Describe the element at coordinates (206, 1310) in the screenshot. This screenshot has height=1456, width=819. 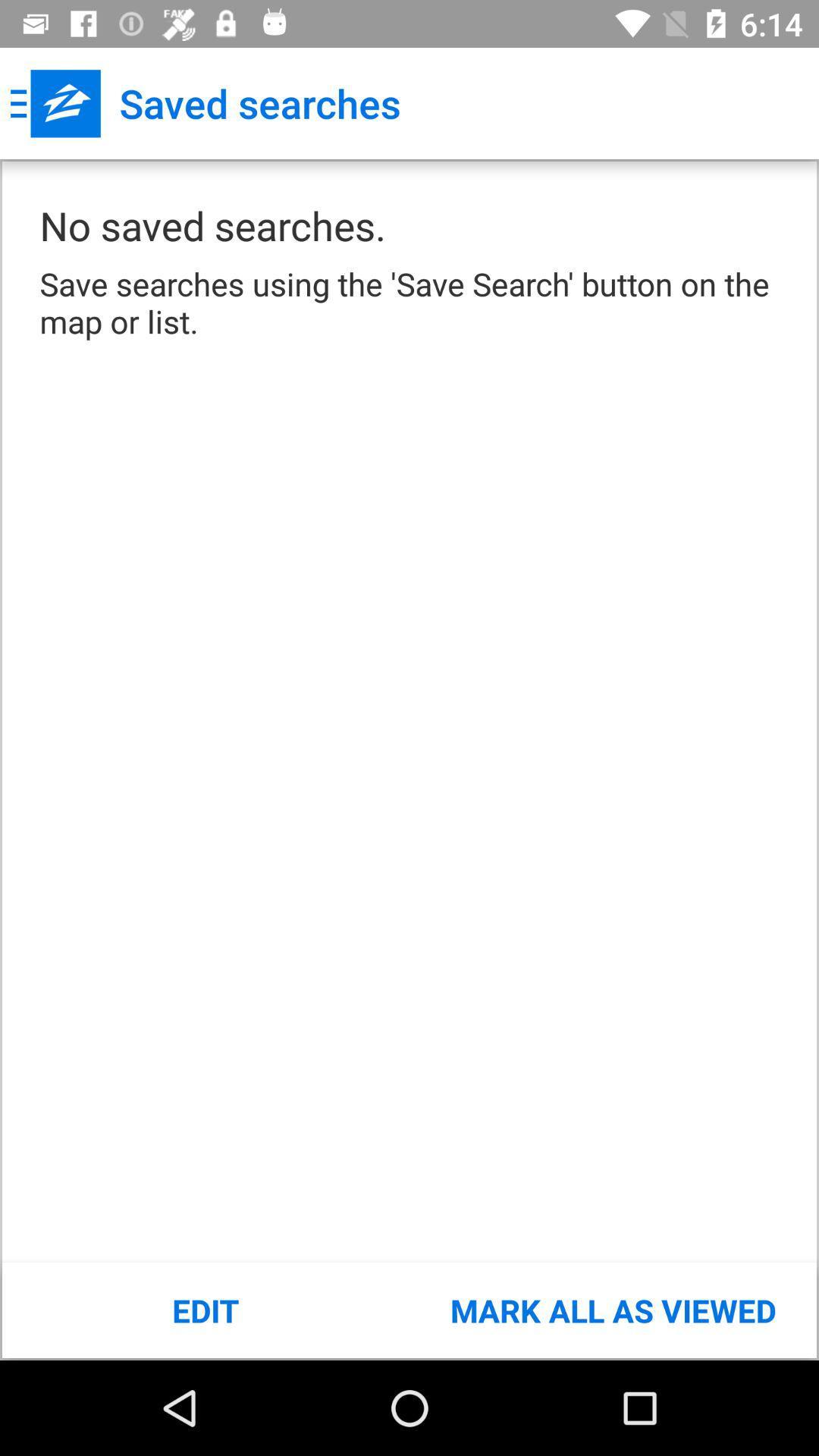
I see `the edit item` at that location.